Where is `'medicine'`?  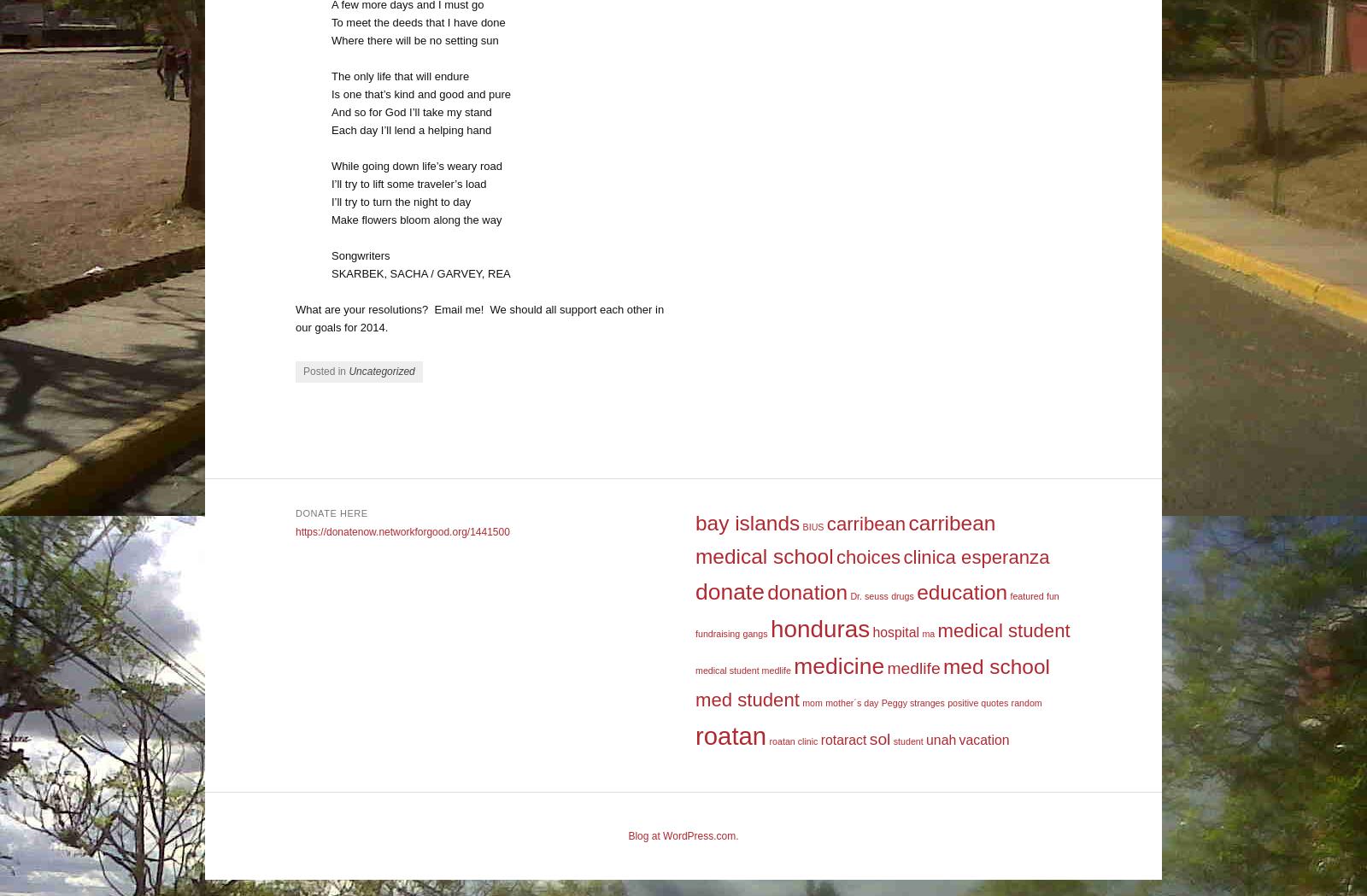
'medicine' is located at coordinates (838, 666).